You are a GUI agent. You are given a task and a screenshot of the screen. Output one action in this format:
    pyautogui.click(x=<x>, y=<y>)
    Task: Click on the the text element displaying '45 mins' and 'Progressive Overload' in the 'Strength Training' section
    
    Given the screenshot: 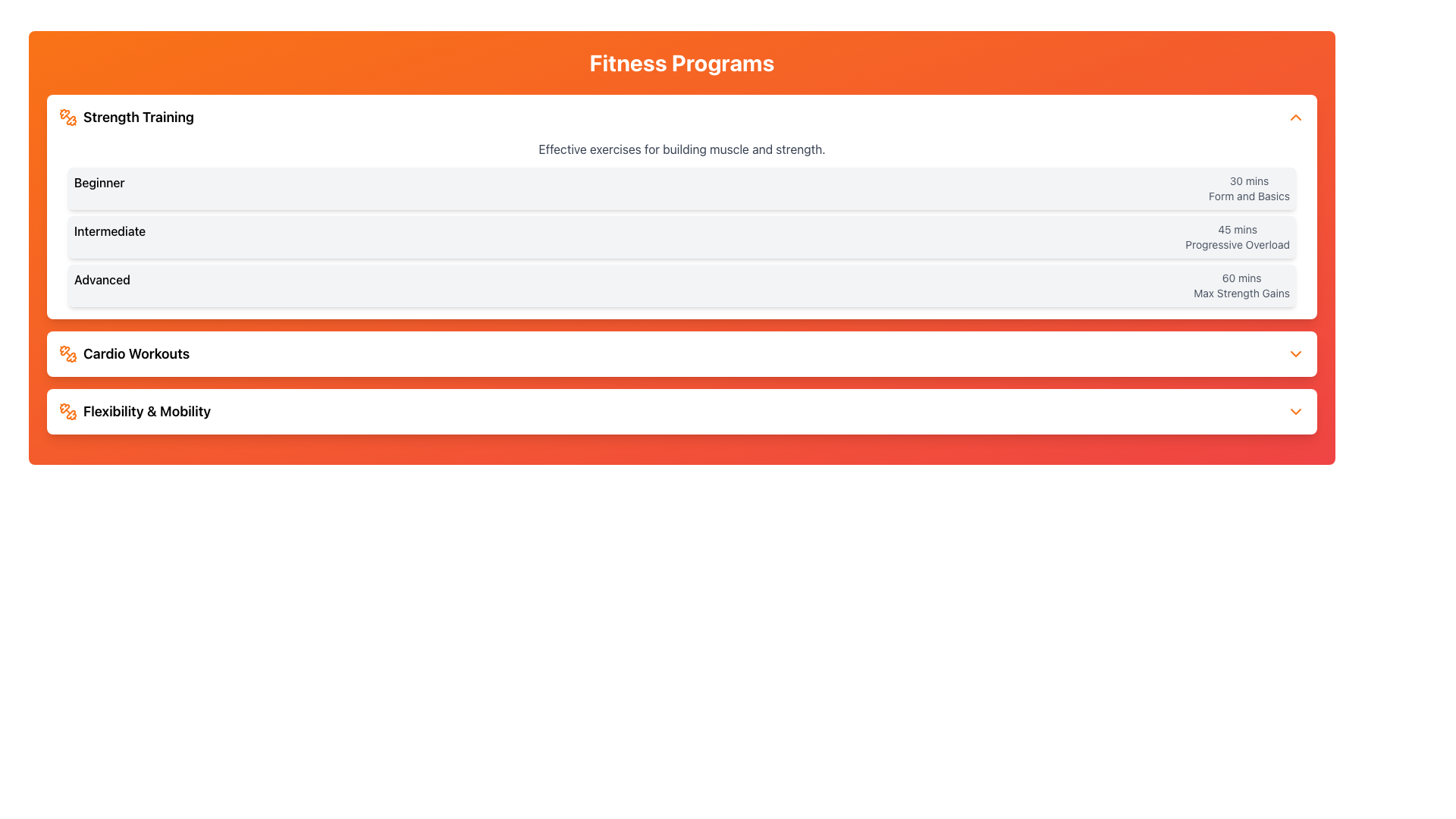 What is the action you would take?
    pyautogui.click(x=1238, y=237)
    